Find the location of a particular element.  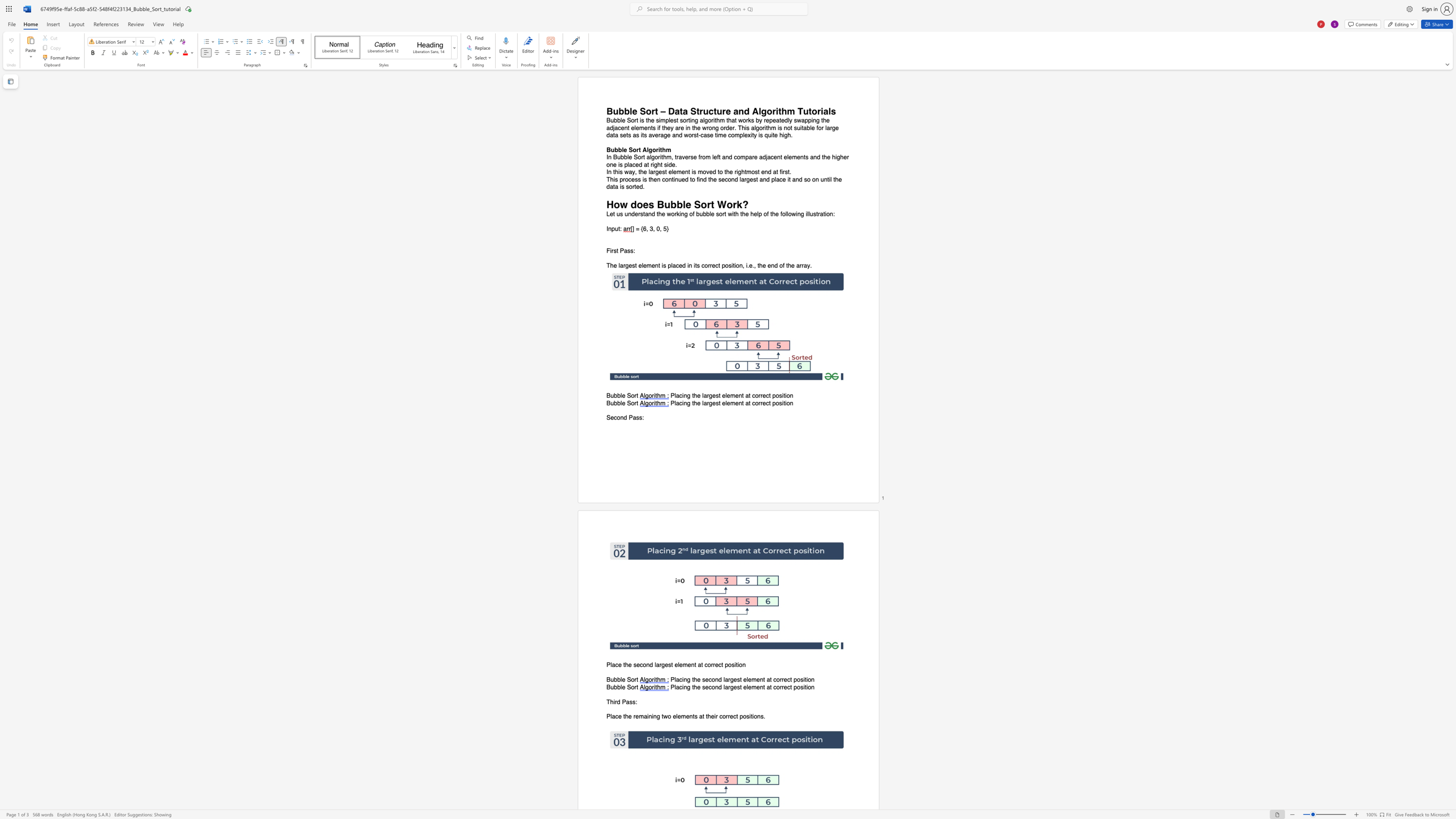

the 2th character "o" in the text is located at coordinates (726, 266).